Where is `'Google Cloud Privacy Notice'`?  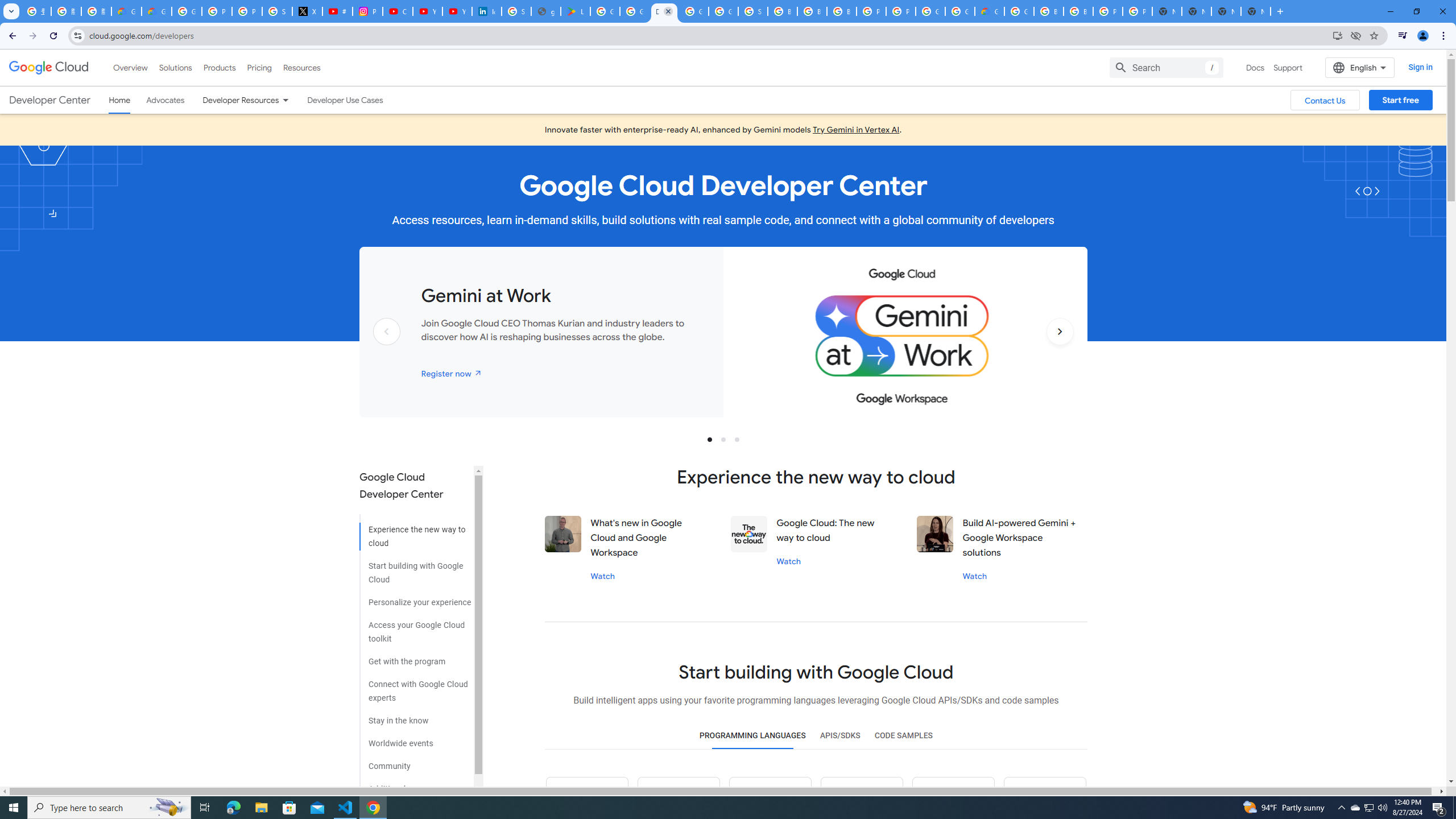 'Google Cloud Privacy Notice' is located at coordinates (156, 11).